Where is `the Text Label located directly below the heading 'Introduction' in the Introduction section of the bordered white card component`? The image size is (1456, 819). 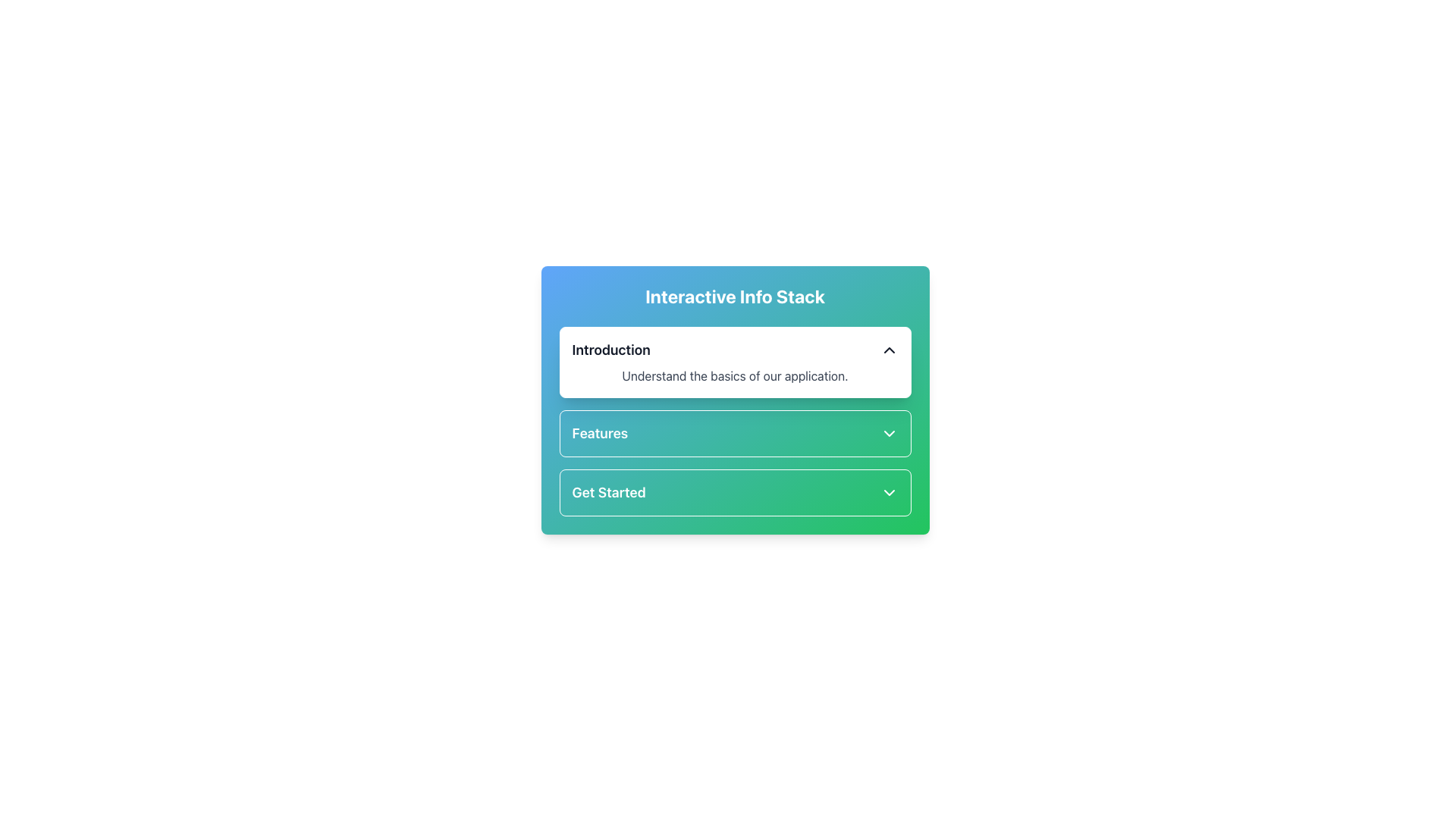
the Text Label located directly below the heading 'Introduction' in the Introduction section of the bordered white card component is located at coordinates (735, 375).